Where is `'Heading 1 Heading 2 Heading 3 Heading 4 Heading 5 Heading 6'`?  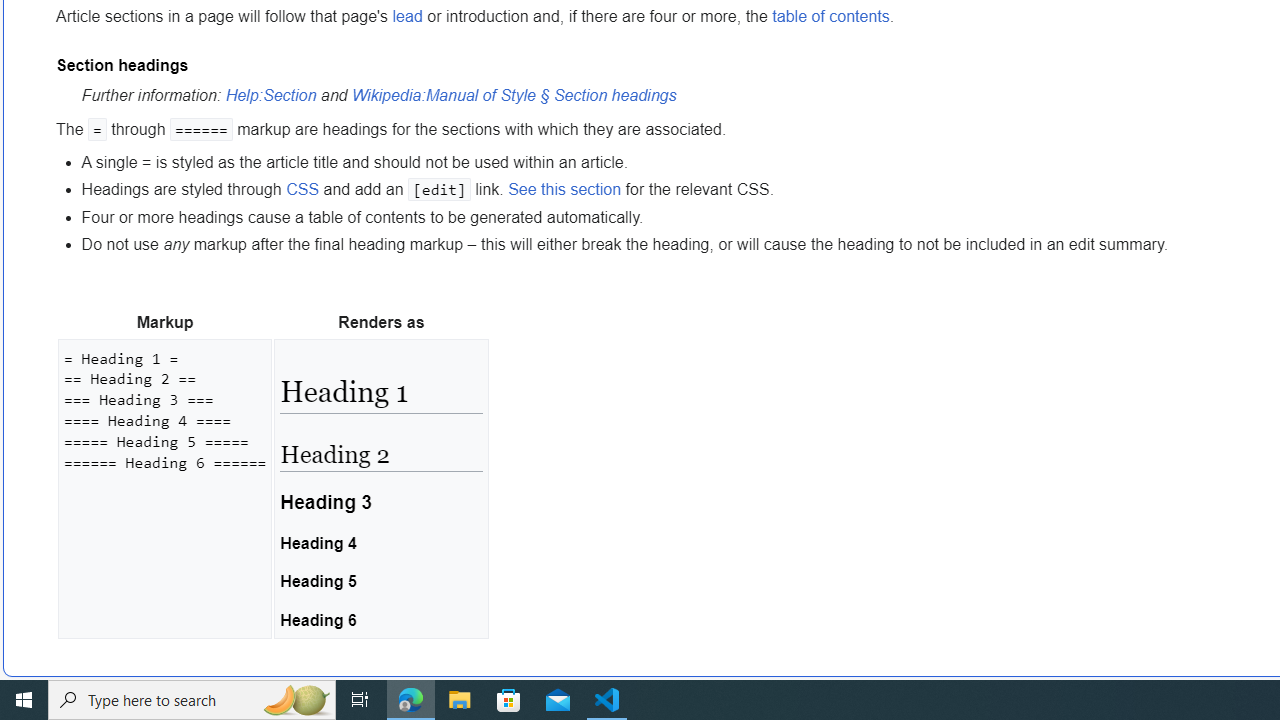 'Heading 1 Heading 2 Heading 3 Heading 4 Heading 5 Heading 6' is located at coordinates (381, 488).